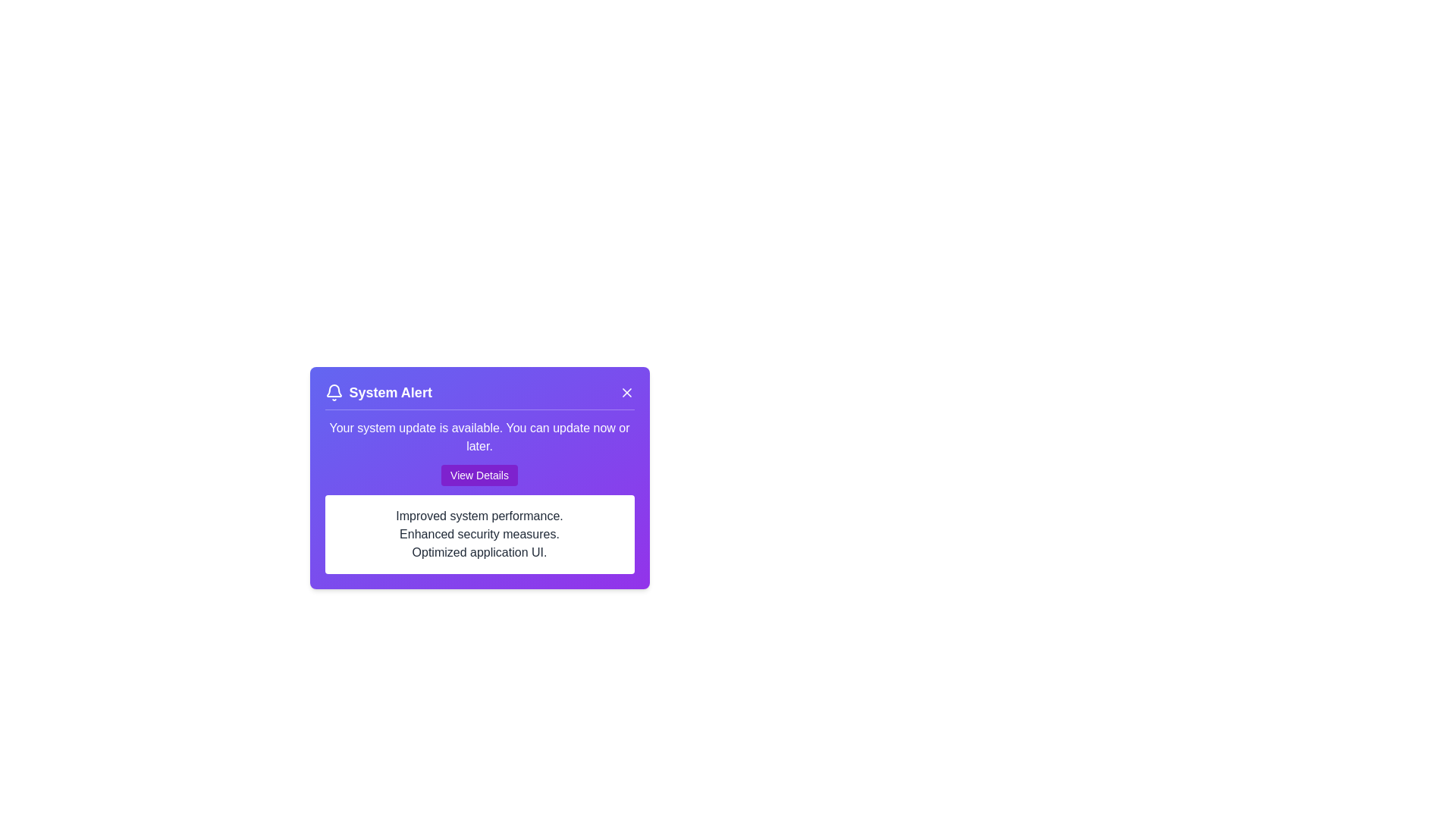  Describe the element at coordinates (479, 475) in the screenshot. I see `'View Details' button to toggle the visibility of the details section` at that location.